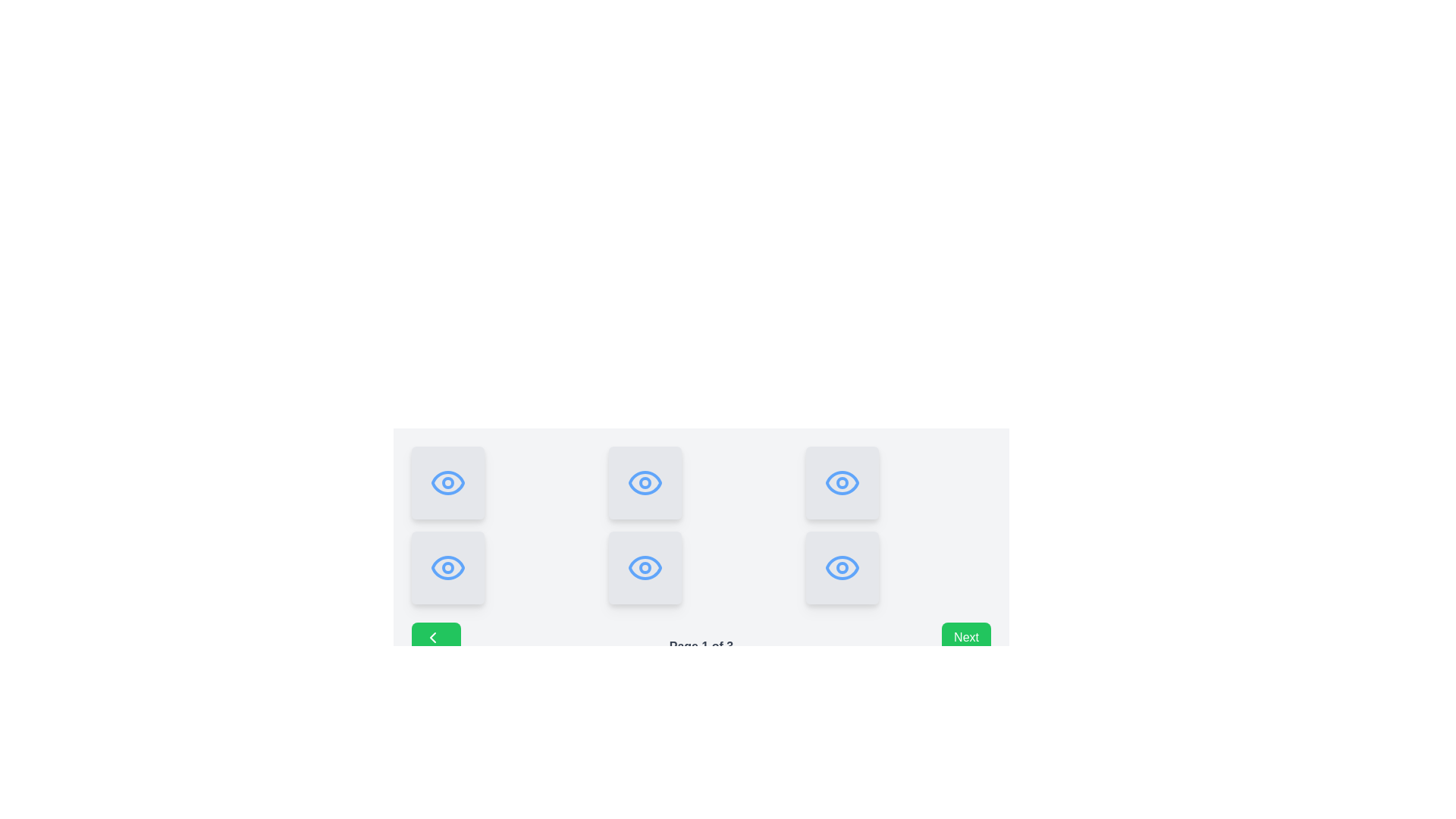  I want to click on the outer elliptical shape of the eye symbol located in the second column of the second row within a 2x3 grid layout of eye icons, so click(645, 482).